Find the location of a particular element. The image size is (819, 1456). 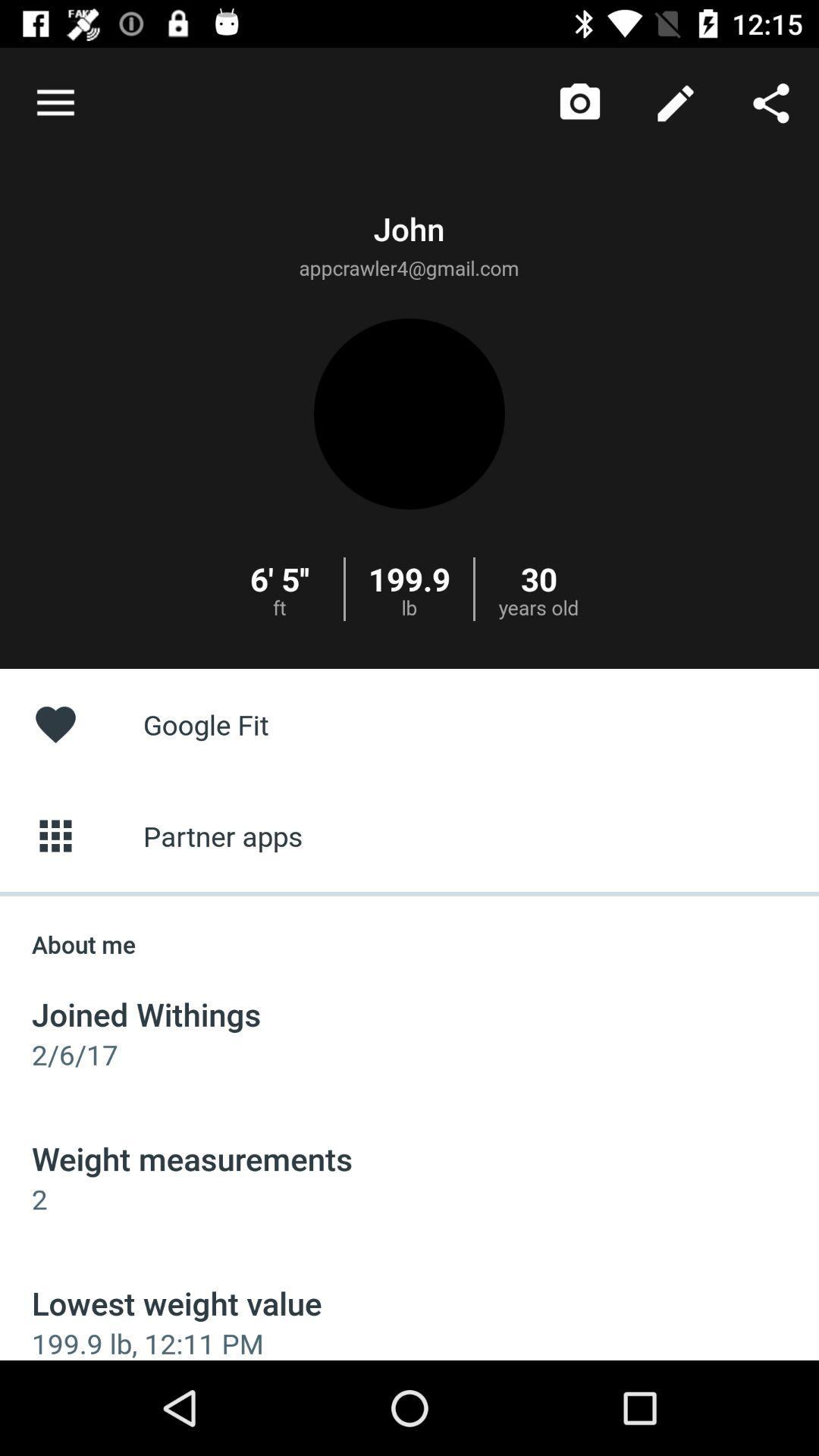

the icon above google fit is located at coordinates (675, 102).